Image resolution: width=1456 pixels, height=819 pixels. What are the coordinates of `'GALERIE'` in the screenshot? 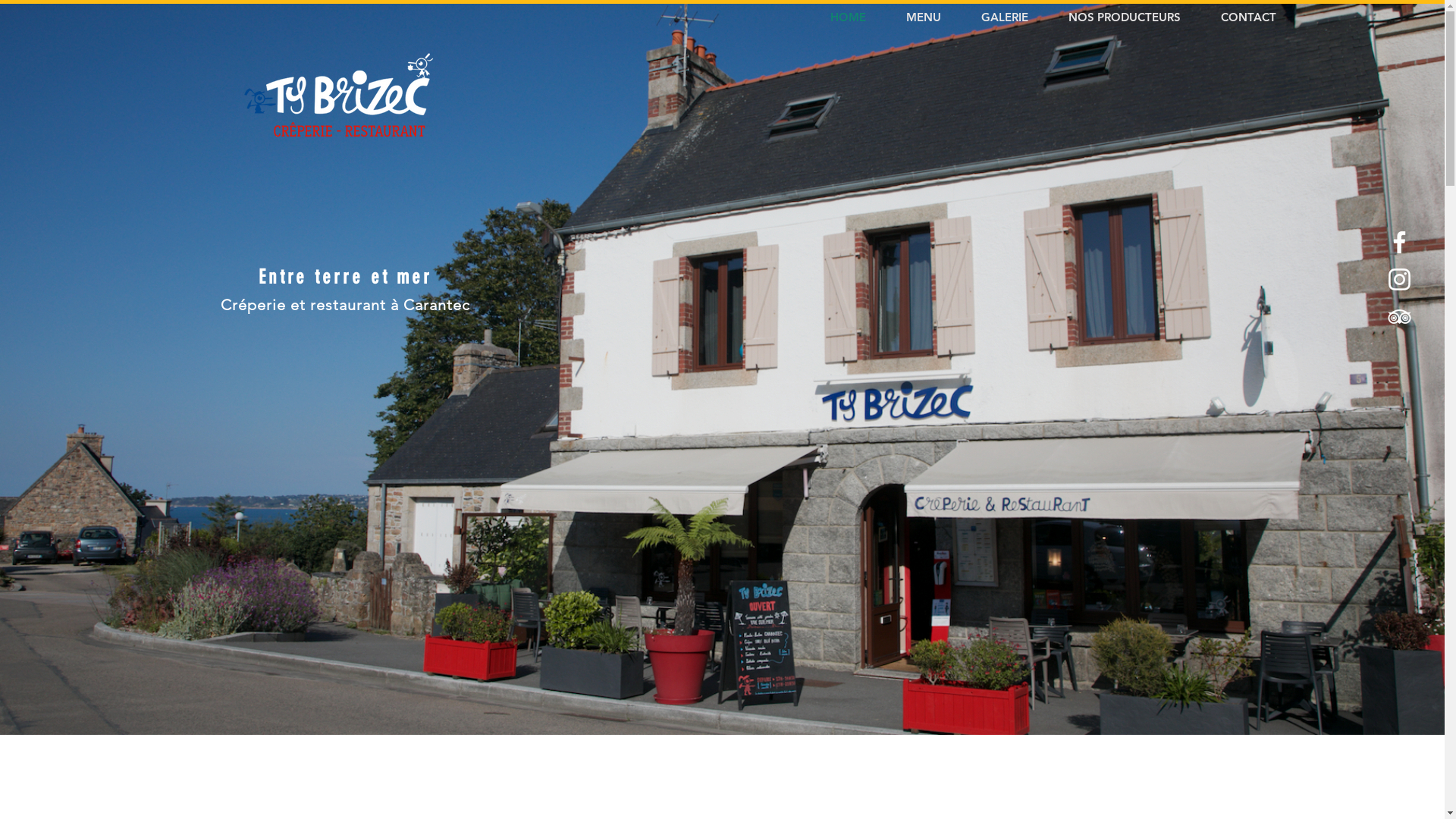 It's located at (1013, 17).